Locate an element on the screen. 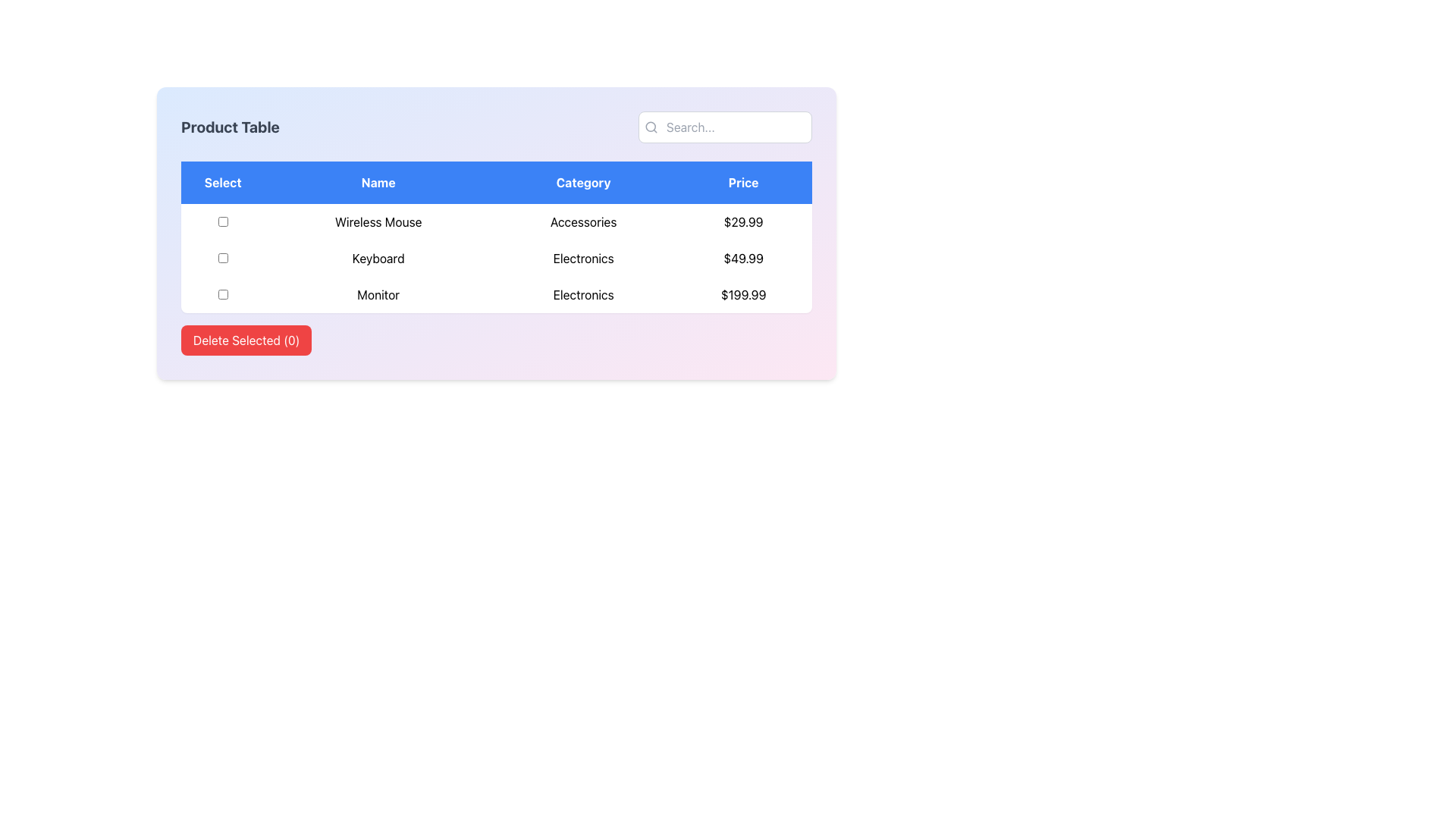  the action button located in the bottom-left corner of the product table panel to initiate the deletion process for selected items is located at coordinates (246, 339).